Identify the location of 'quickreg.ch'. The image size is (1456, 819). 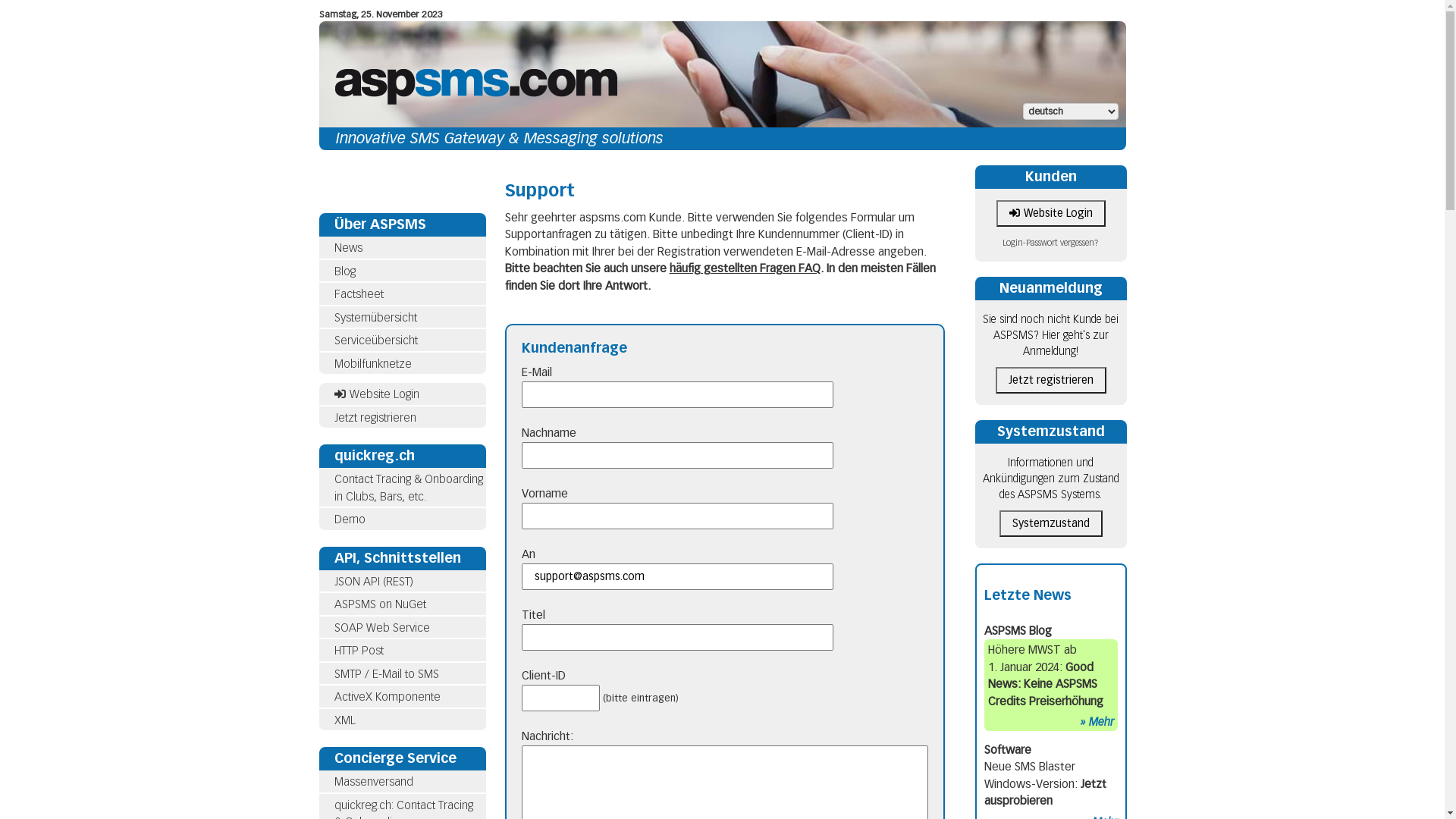
(374, 455).